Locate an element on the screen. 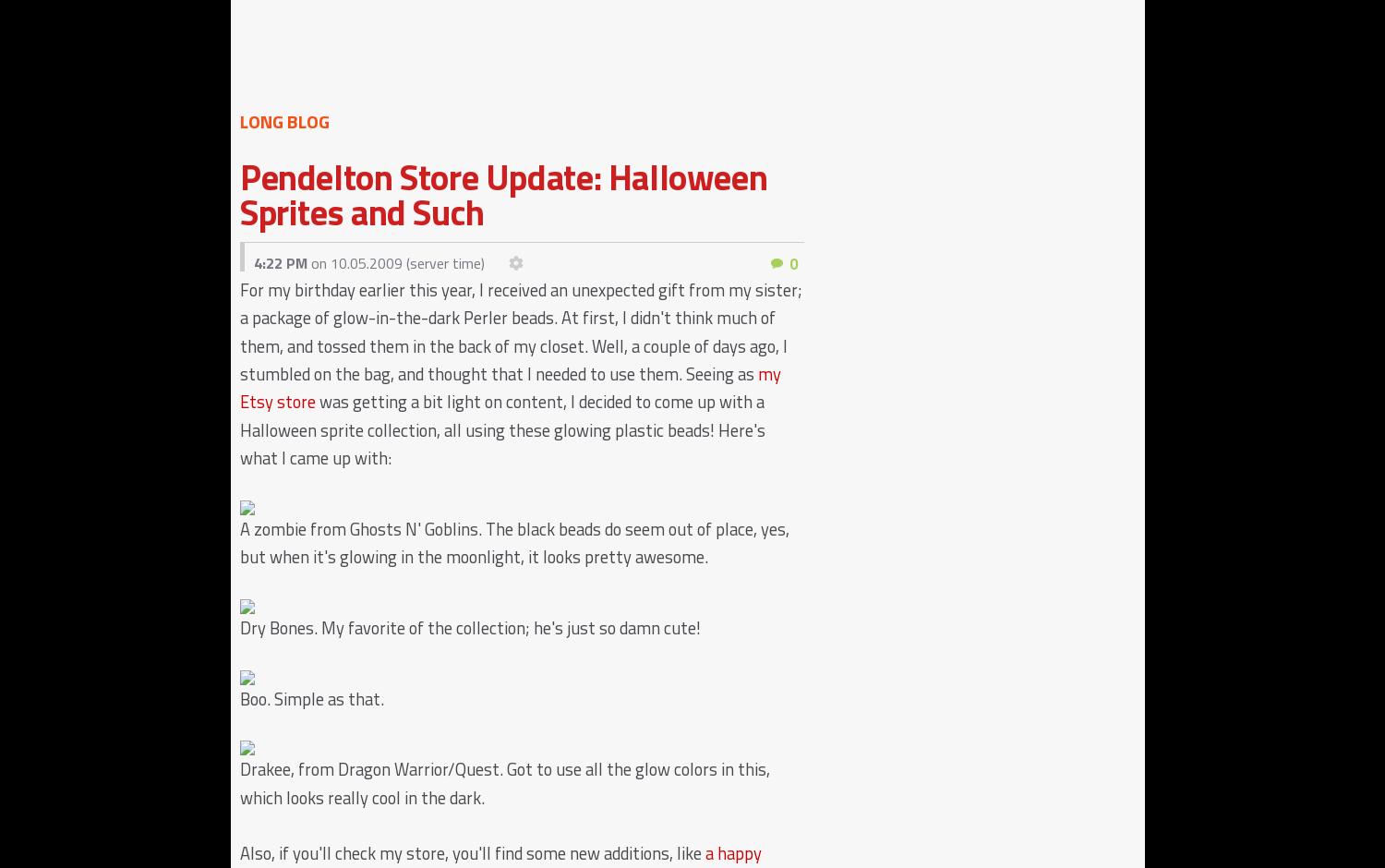  'my Etsy store' is located at coordinates (239, 387).